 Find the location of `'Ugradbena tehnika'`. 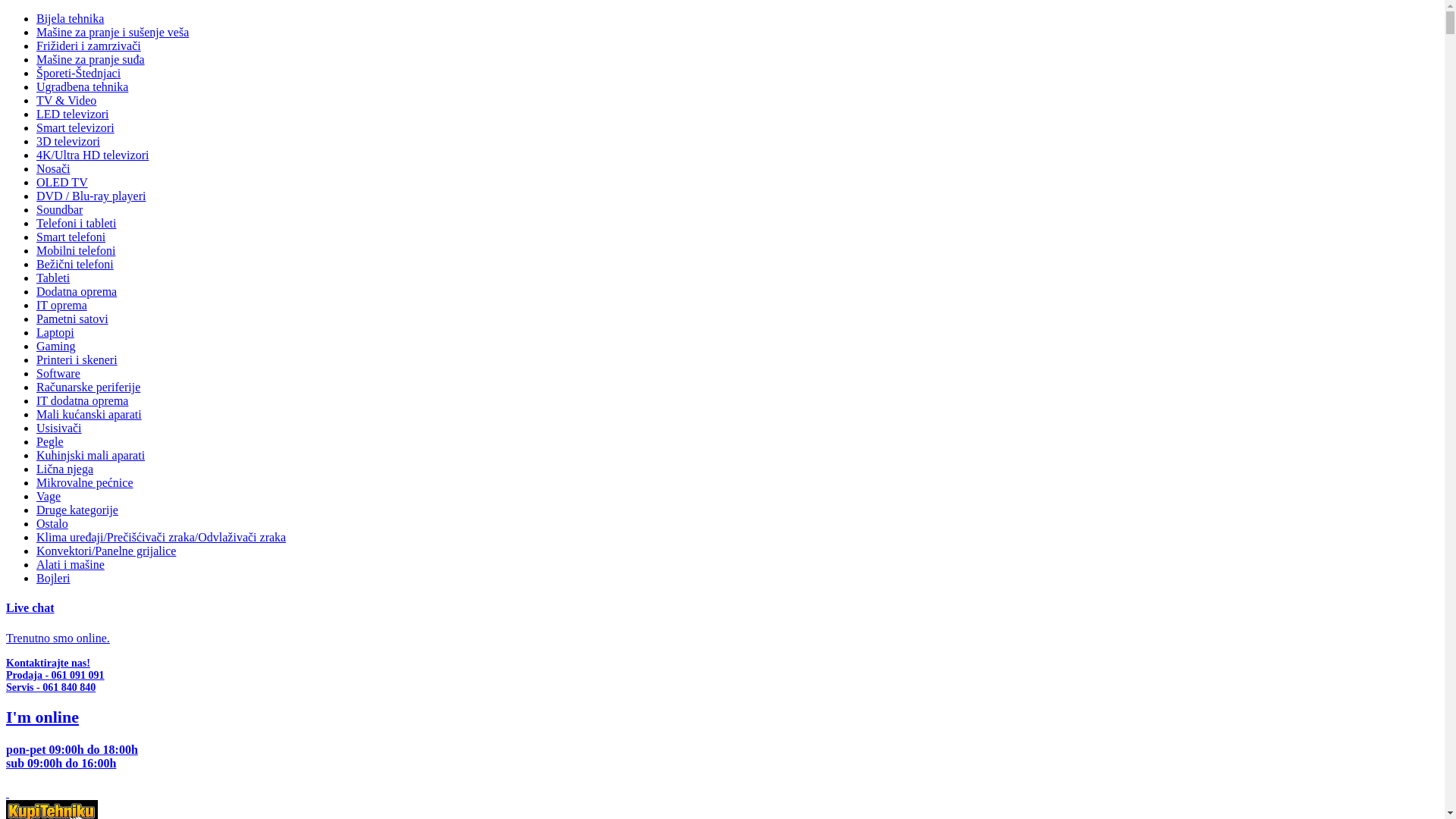

'Ugradbena tehnika' is located at coordinates (36, 86).